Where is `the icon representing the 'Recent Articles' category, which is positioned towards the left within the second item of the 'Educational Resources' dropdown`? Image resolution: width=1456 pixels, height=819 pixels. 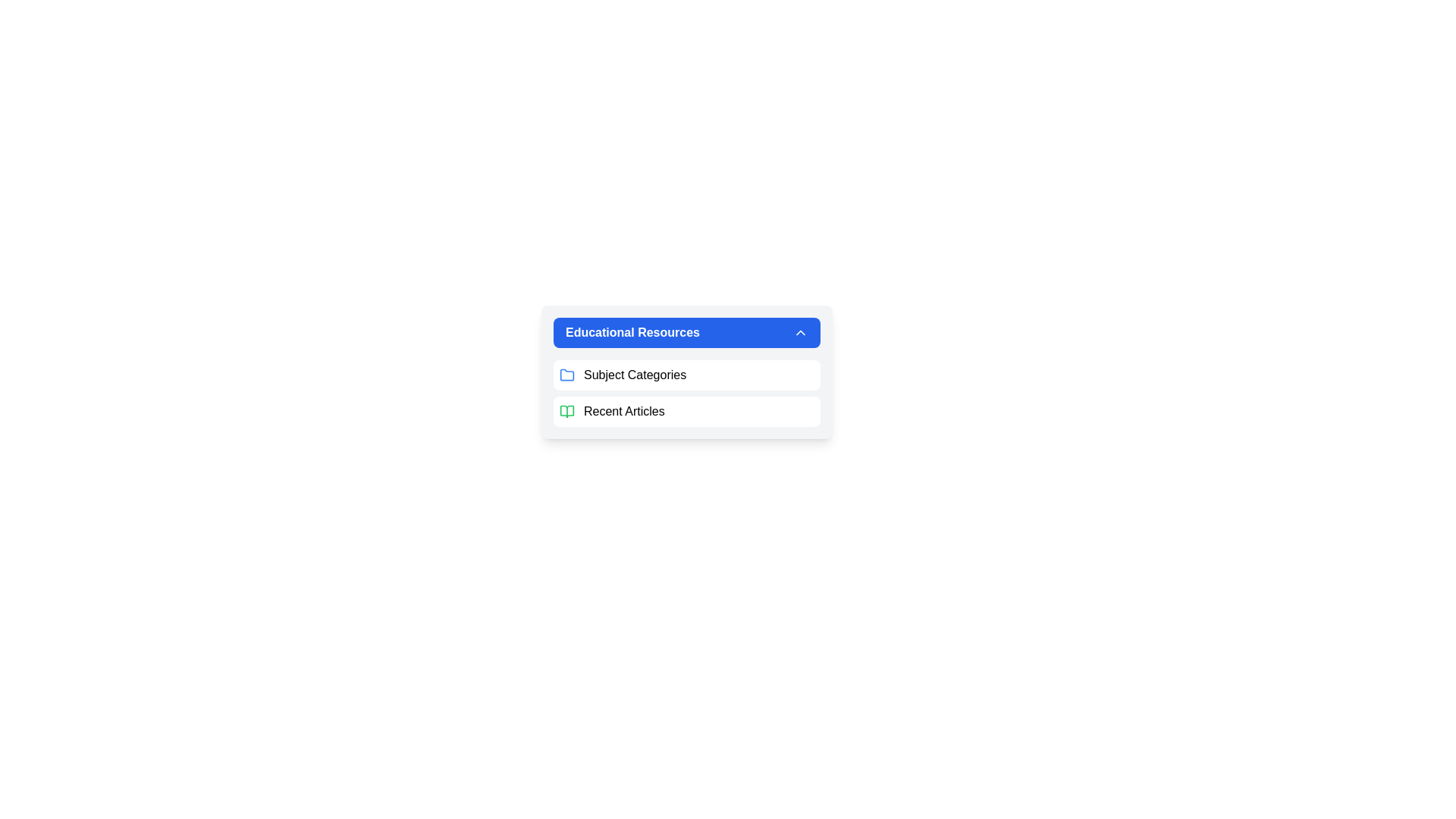 the icon representing the 'Recent Articles' category, which is positioned towards the left within the second item of the 'Educational Resources' dropdown is located at coordinates (566, 412).